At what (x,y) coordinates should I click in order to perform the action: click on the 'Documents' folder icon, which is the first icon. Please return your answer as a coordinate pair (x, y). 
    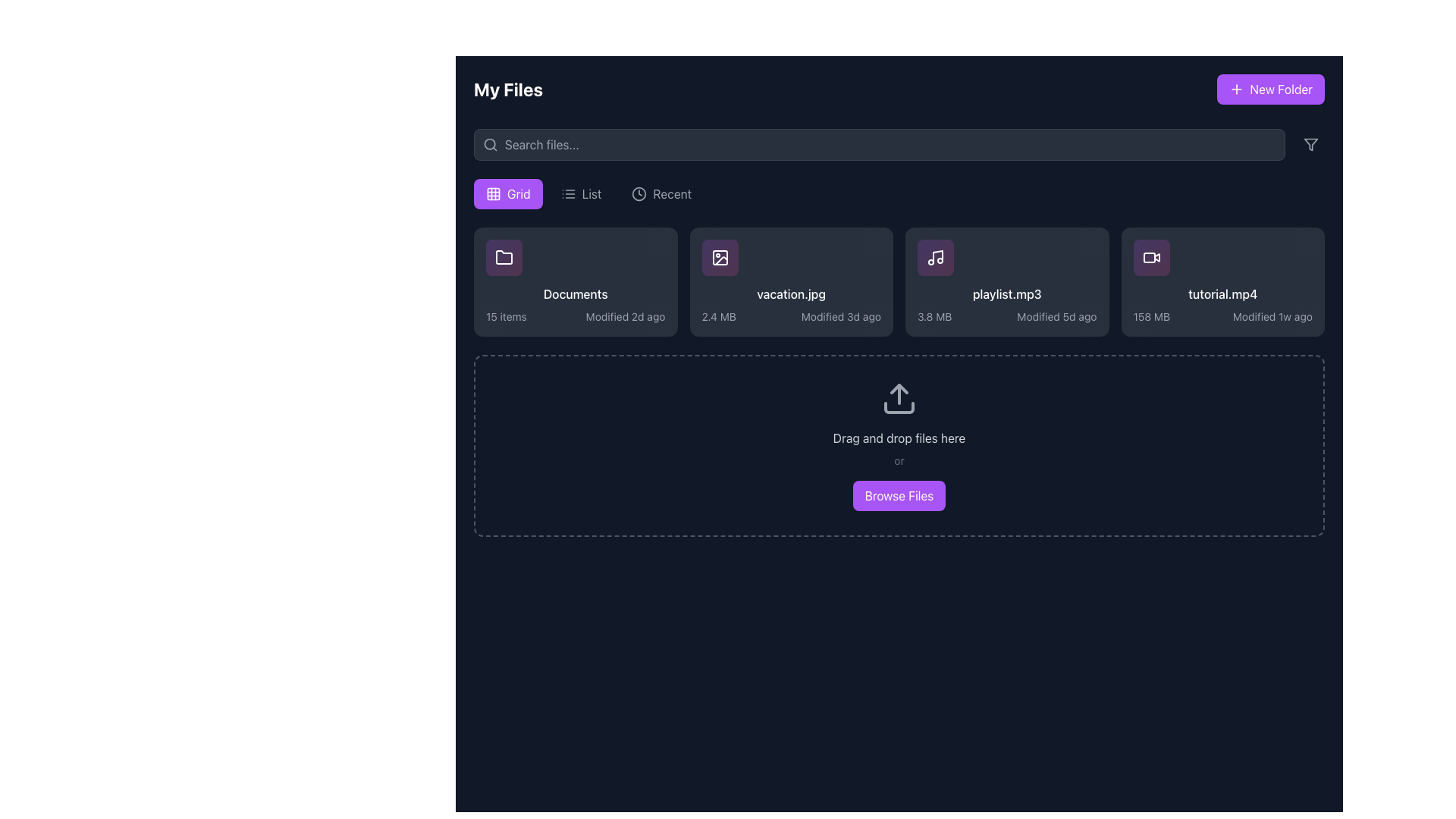
    Looking at the image, I should click on (504, 256).